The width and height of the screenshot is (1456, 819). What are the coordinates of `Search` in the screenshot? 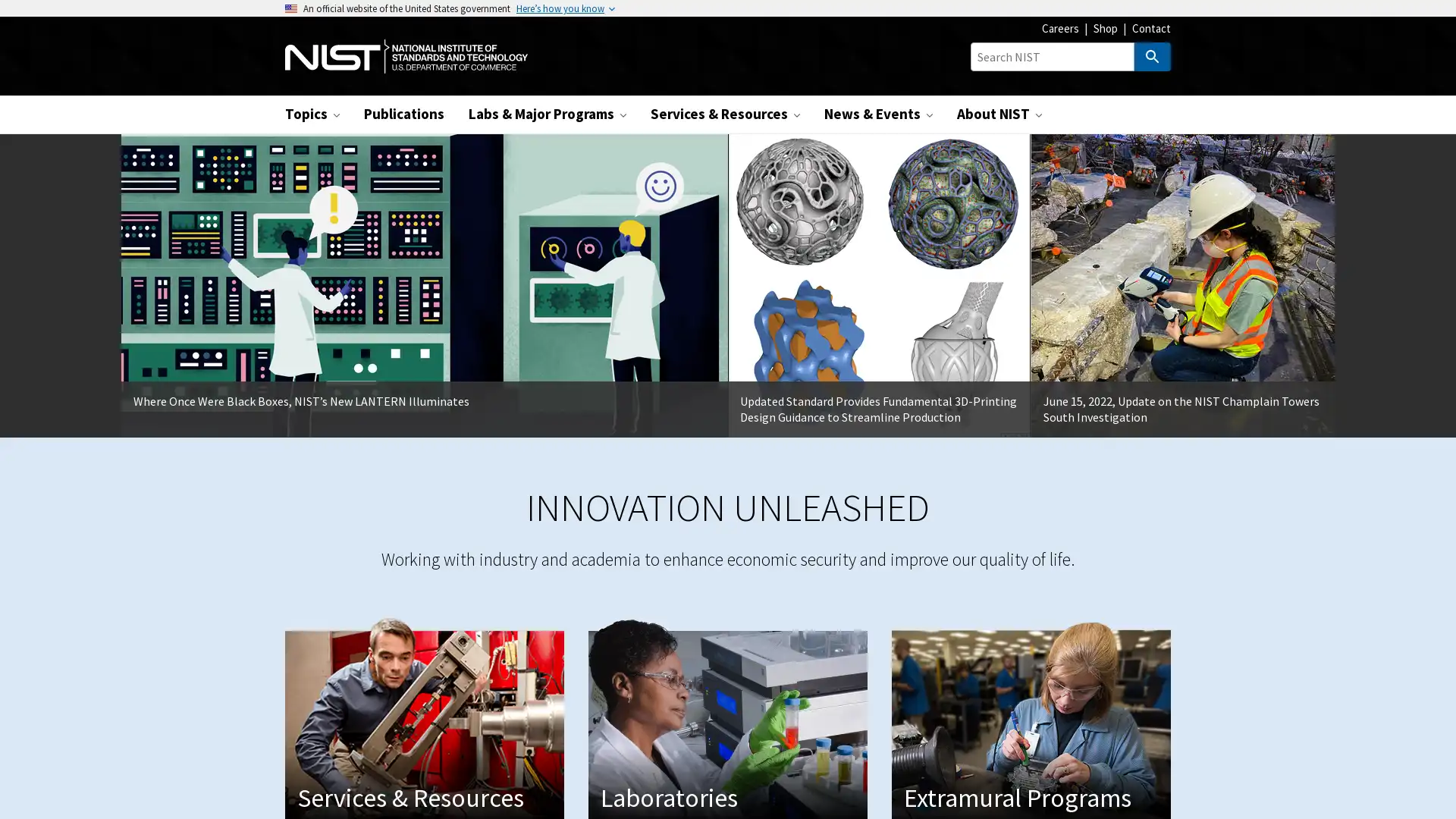 It's located at (1153, 55).